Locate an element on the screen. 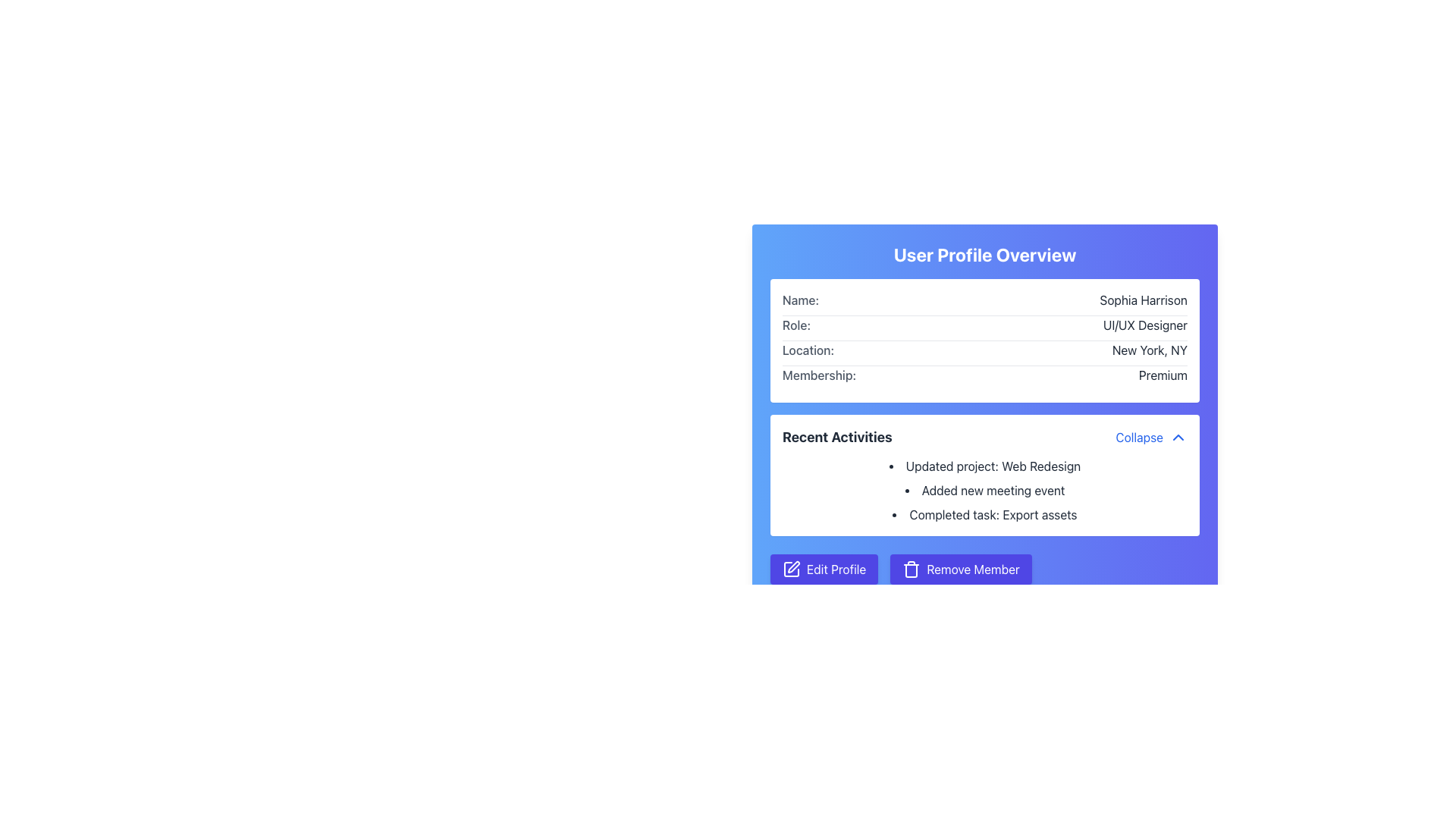 The image size is (1456, 819). informational text of the first list item in the 'Recent Activities' section of the User Profile Overview is located at coordinates (985, 465).